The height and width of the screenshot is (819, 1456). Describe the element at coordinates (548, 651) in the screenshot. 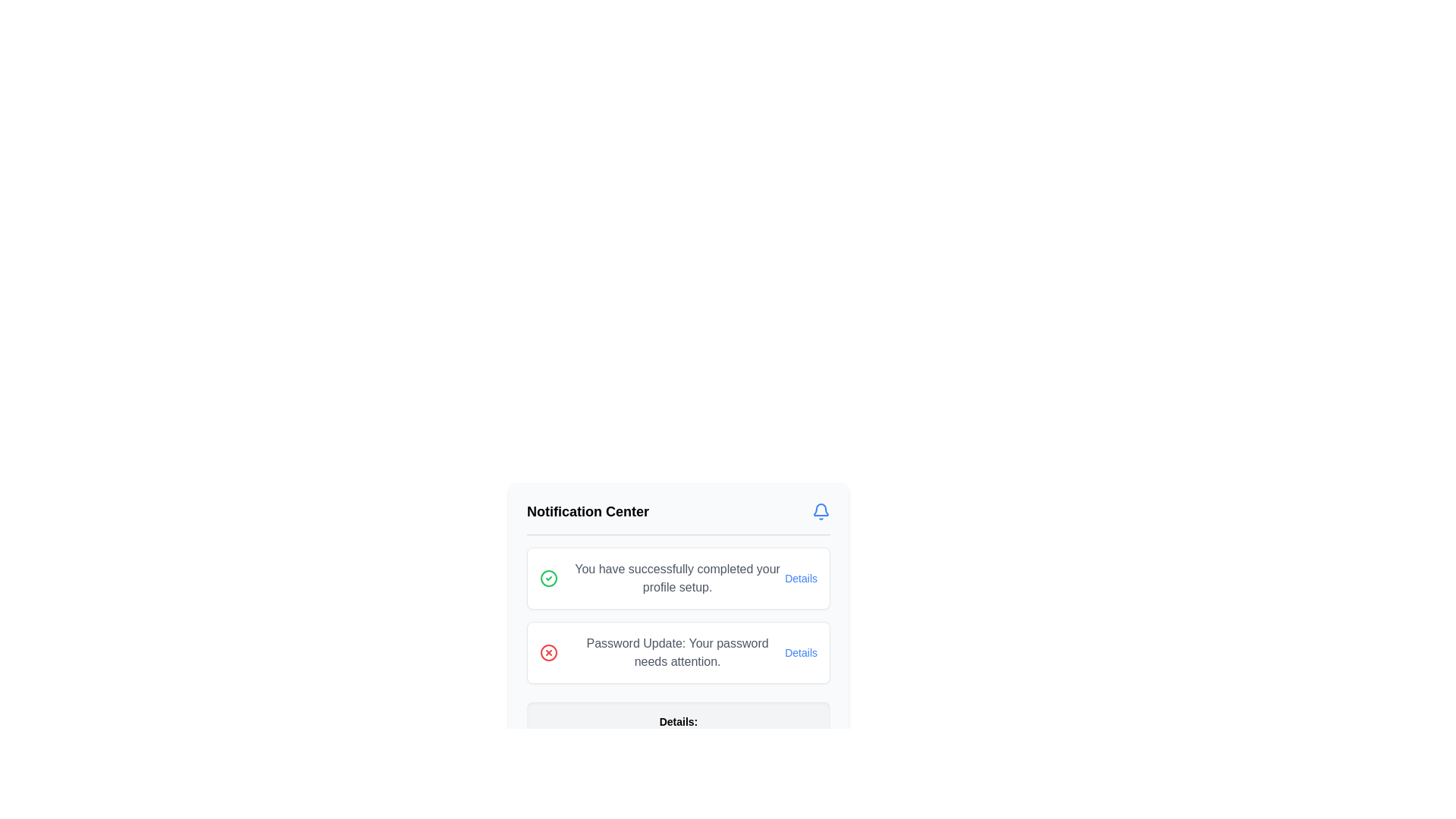

I see `the visual decoration (circle within the icon) that indicates an error or warning, located near the center of an icon with a cross mark to the left of the text 'Password Update: Your password needs attention.'` at that location.